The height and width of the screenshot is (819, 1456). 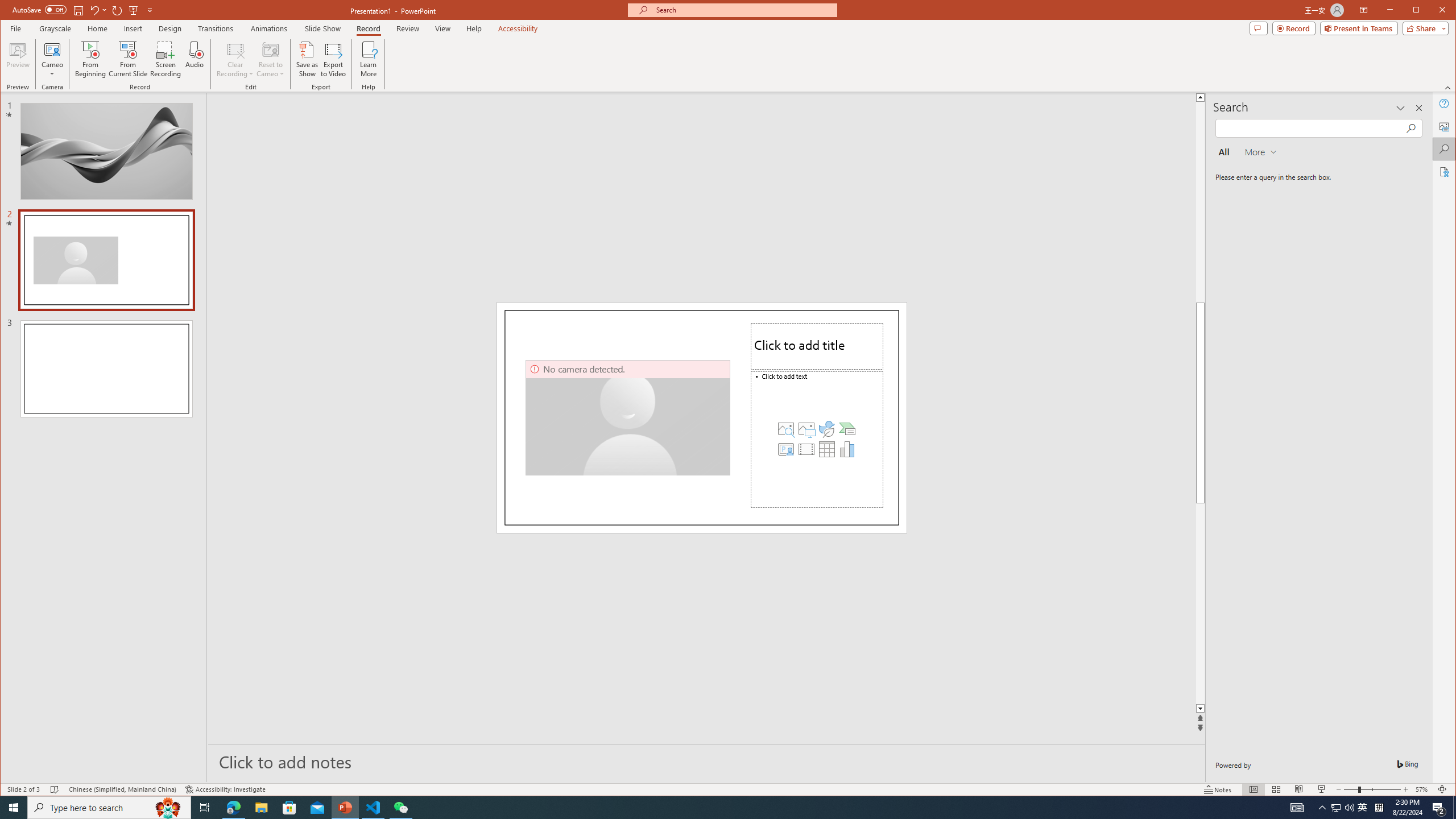 What do you see at coordinates (846, 428) in the screenshot?
I see `'Insert a SmartArt Graphic'` at bounding box center [846, 428].